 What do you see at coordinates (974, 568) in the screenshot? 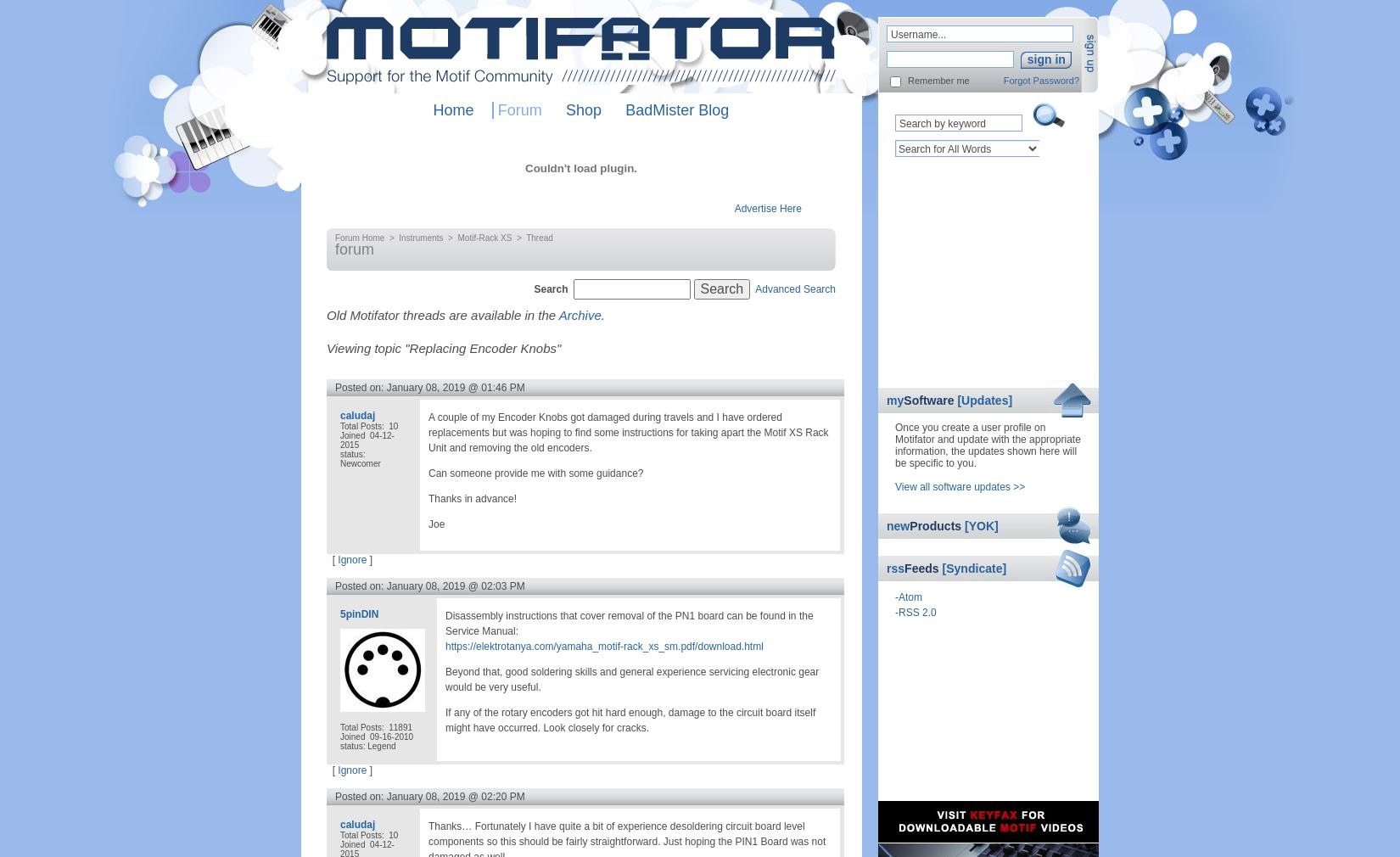
I see `'[Syndicate]'` at bounding box center [974, 568].